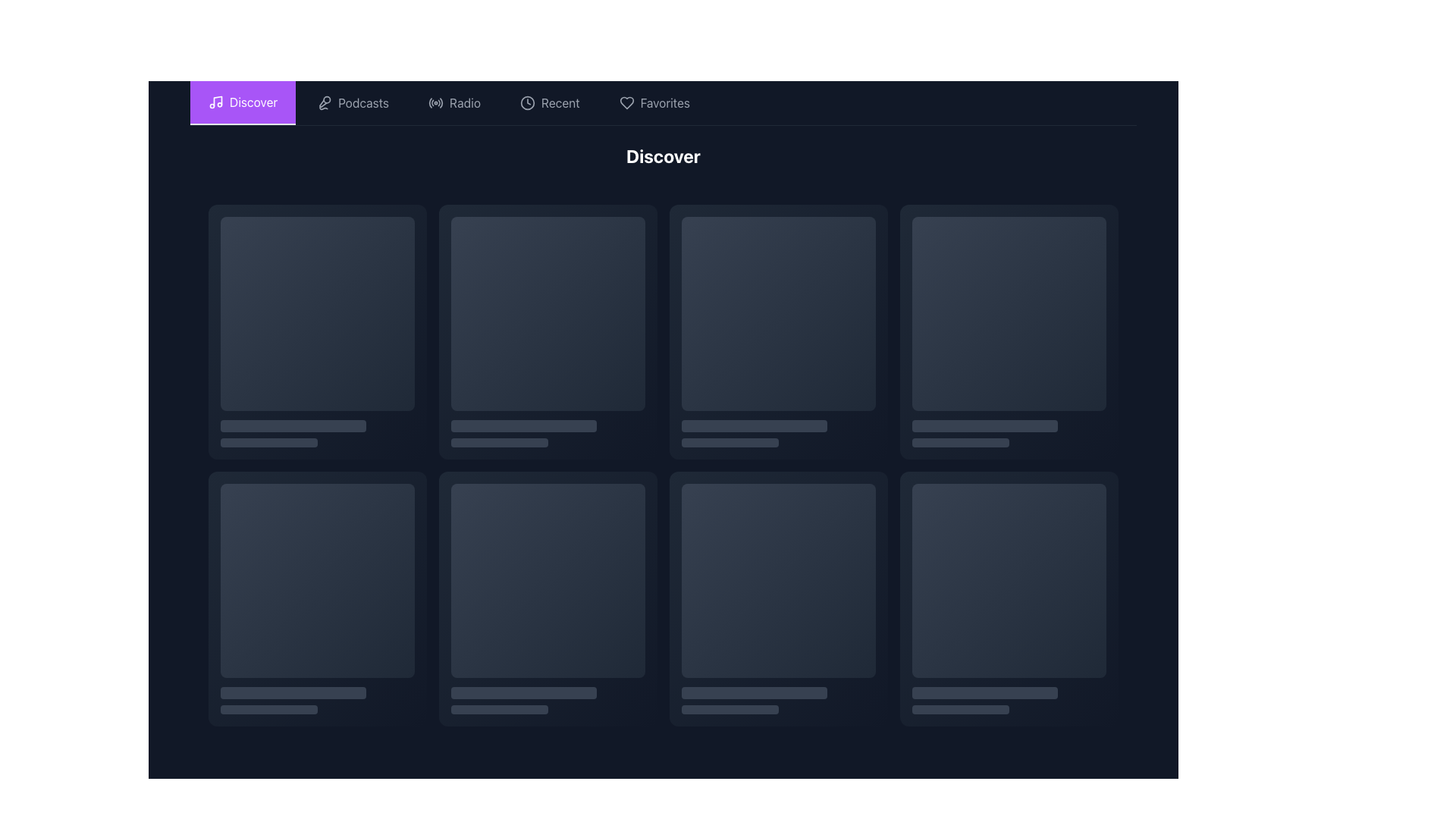 The width and height of the screenshot is (1456, 819). What do you see at coordinates (560, 102) in the screenshot?
I see `the fourth selectable option in the navigation menu, which is a Text Label used to filter or view recently accessed or added items` at bounding box center [560, 102].